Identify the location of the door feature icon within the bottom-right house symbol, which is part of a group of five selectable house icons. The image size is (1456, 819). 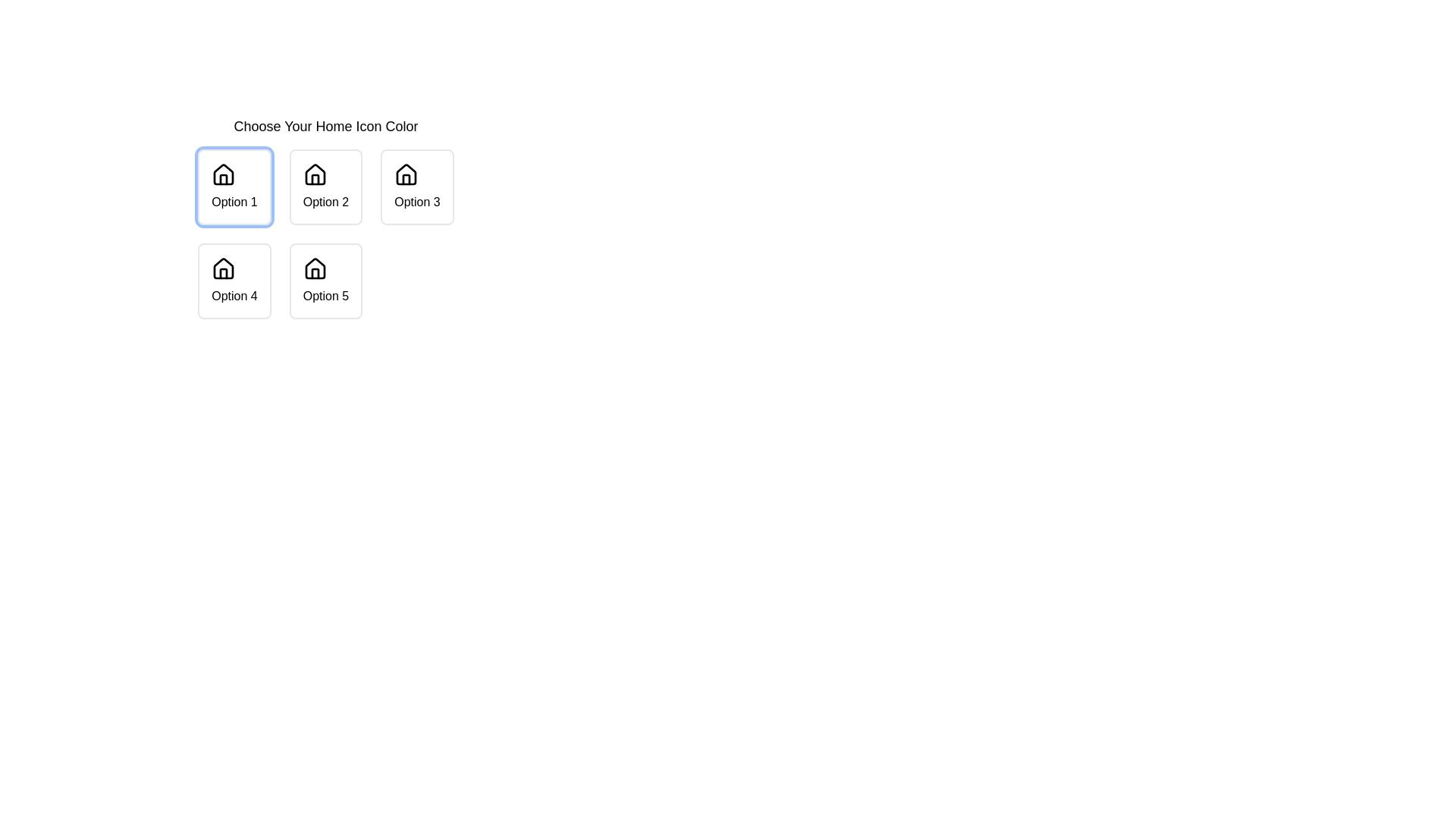
(314, 274).